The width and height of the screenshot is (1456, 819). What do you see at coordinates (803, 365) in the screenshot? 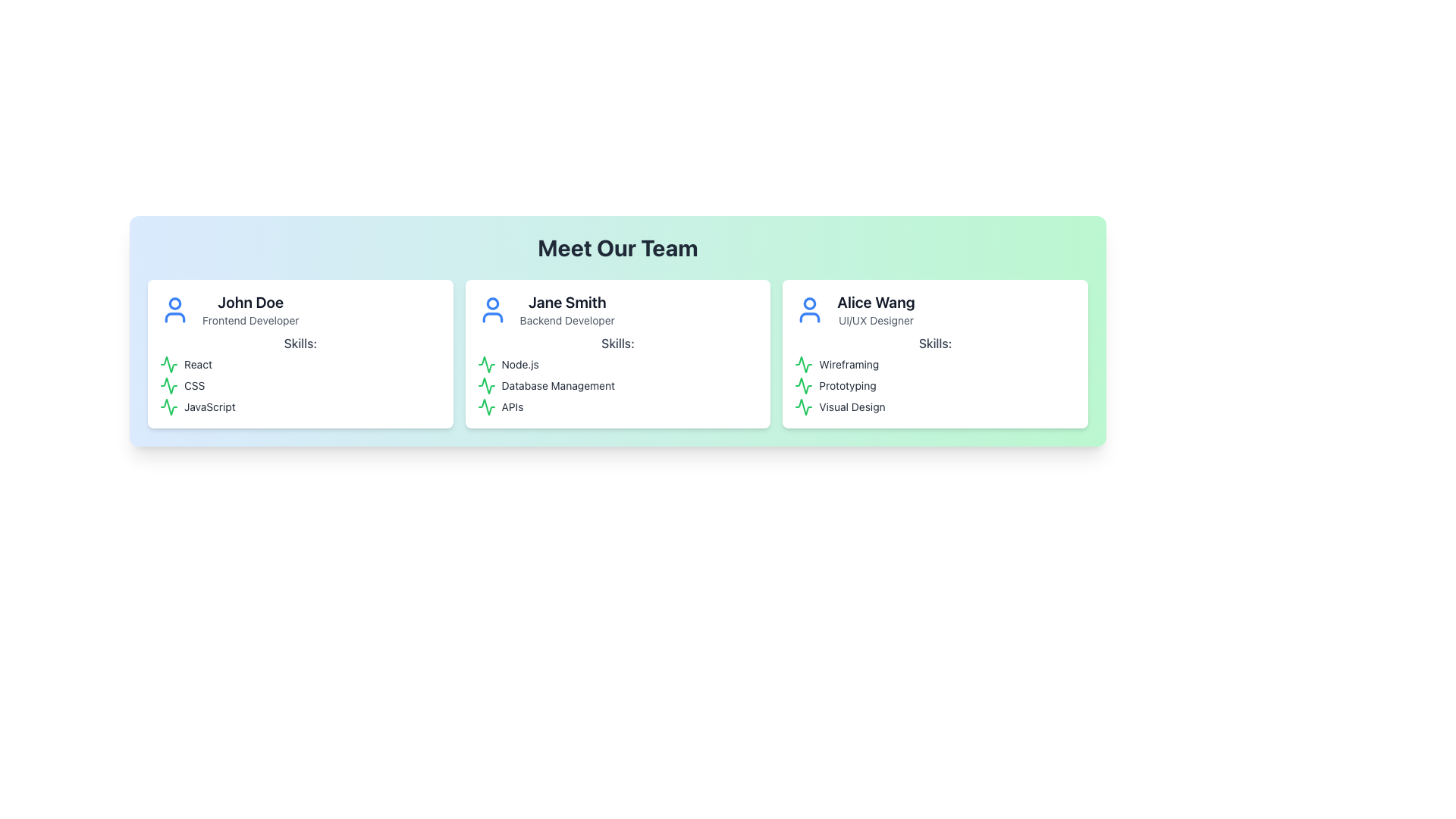
I see `the 'Wireframing' skill icon located in the 'Skills' section of Alice Wang's profile card, which is the first item in the skills list` at bounding box center [803, 365].